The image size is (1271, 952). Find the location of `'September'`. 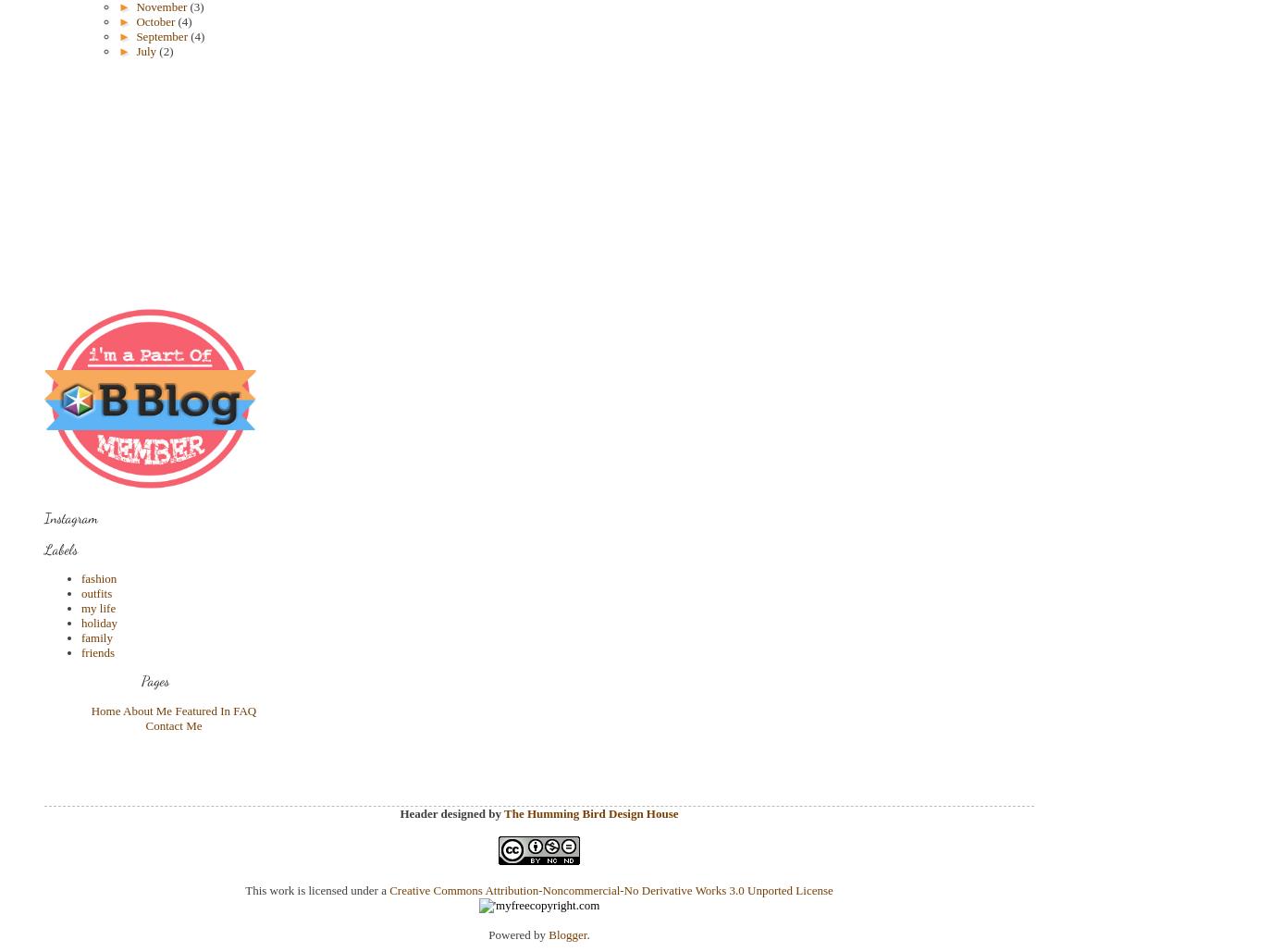

'September' is located at coordinates (162, 36).